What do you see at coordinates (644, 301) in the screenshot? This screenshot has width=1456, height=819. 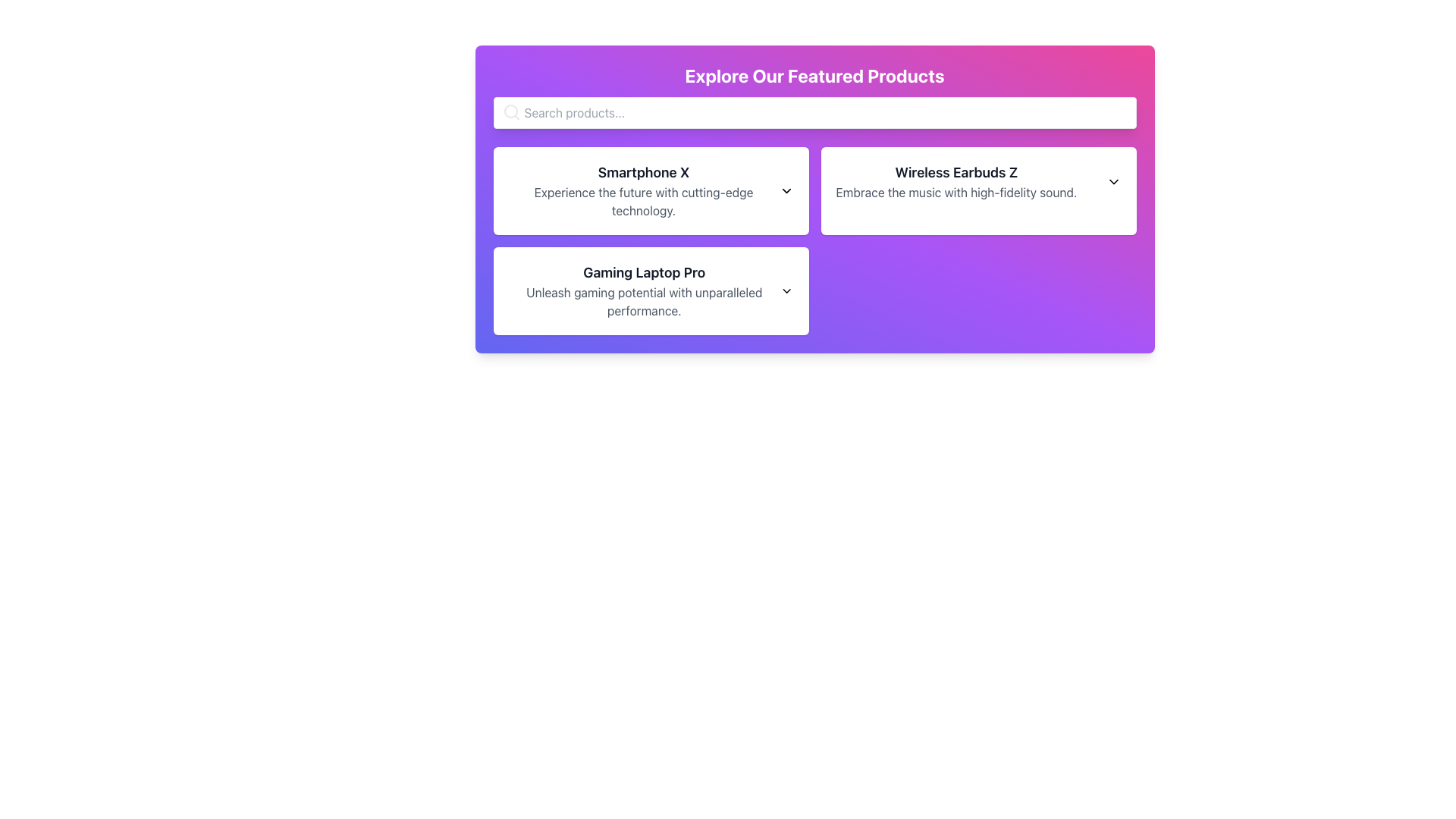 I see `the Static Text element that displays 'Unleash gaming potential with unparalleled performance.' positioned below the title 'Gaming Laptop Pro' in the card interface` at bounding box center [644, 301].